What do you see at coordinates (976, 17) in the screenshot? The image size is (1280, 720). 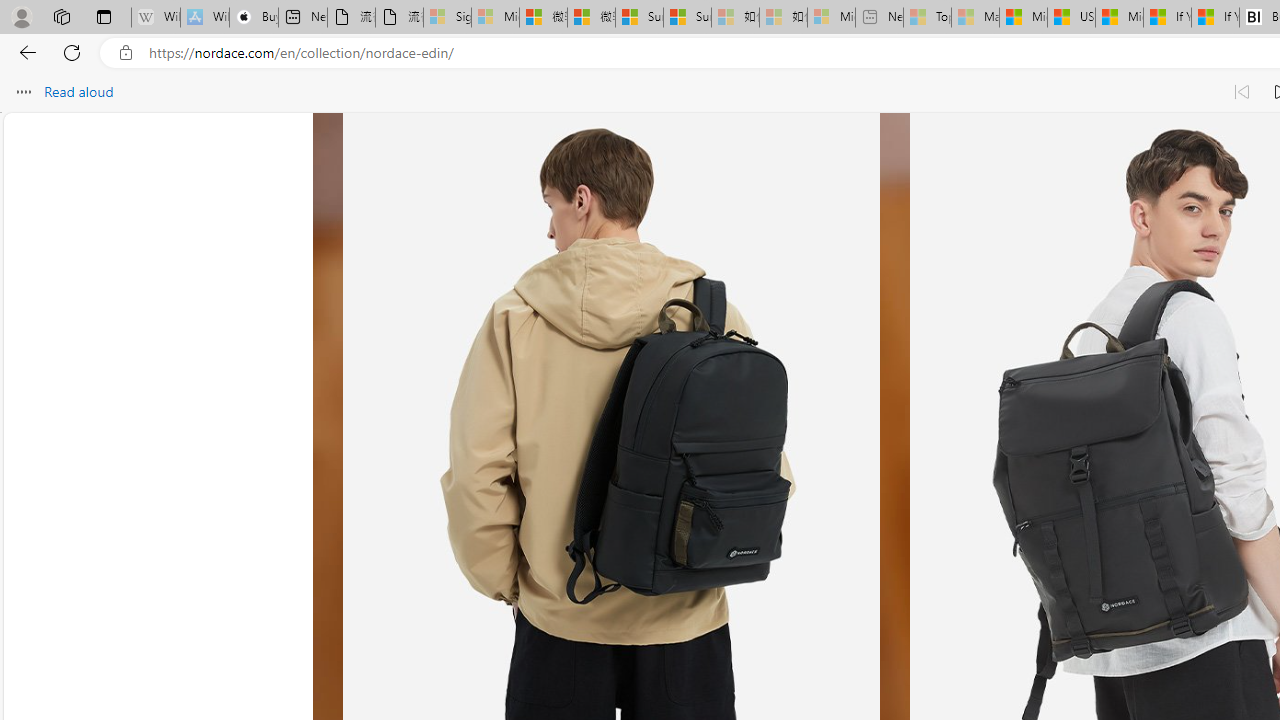 I see `'Marine life - MSN - Sleeping'` at bounding box center [976, 17].